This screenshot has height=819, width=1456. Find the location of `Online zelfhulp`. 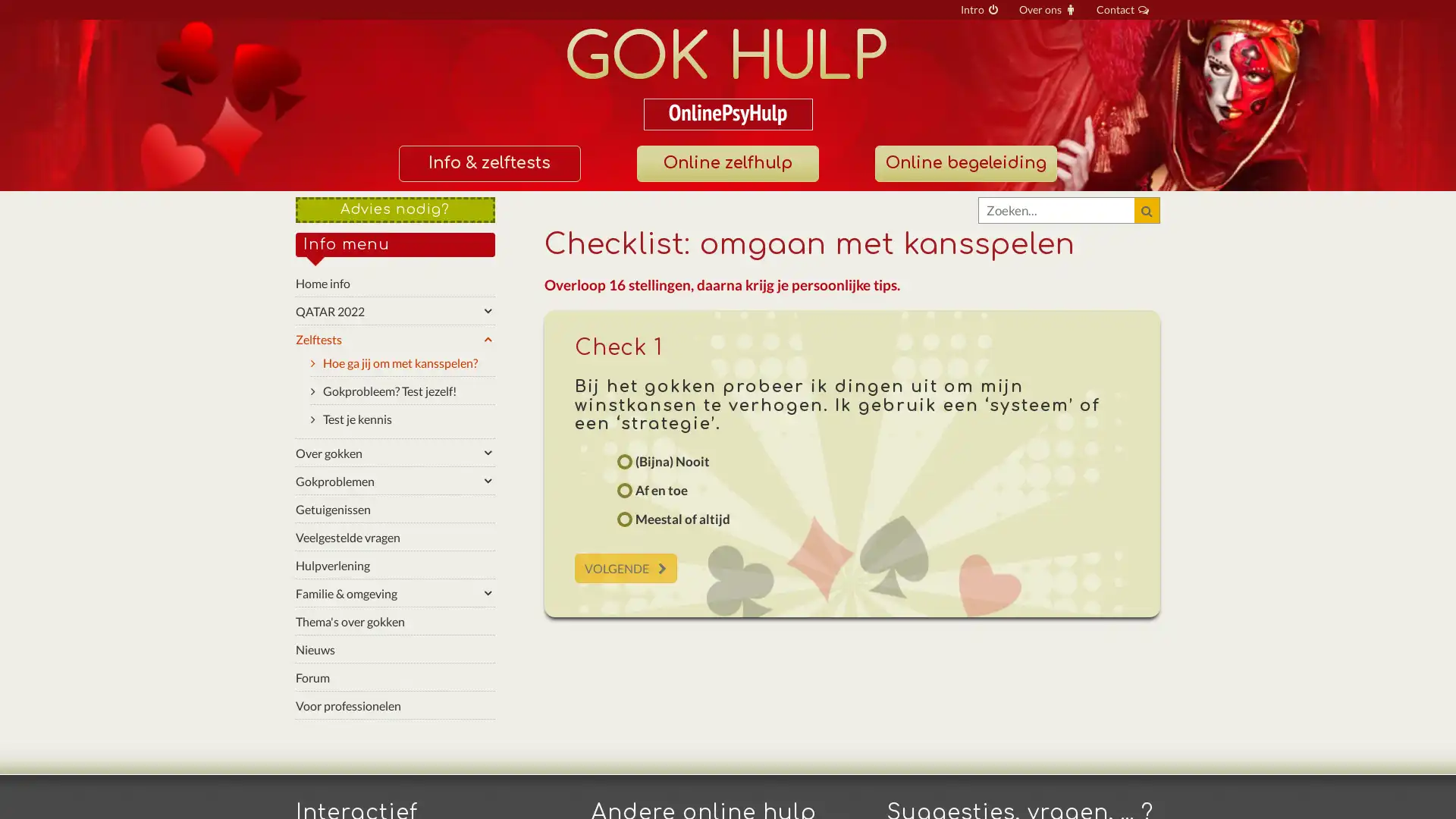

Online zelfhulp is located at coordinates (726, 163).